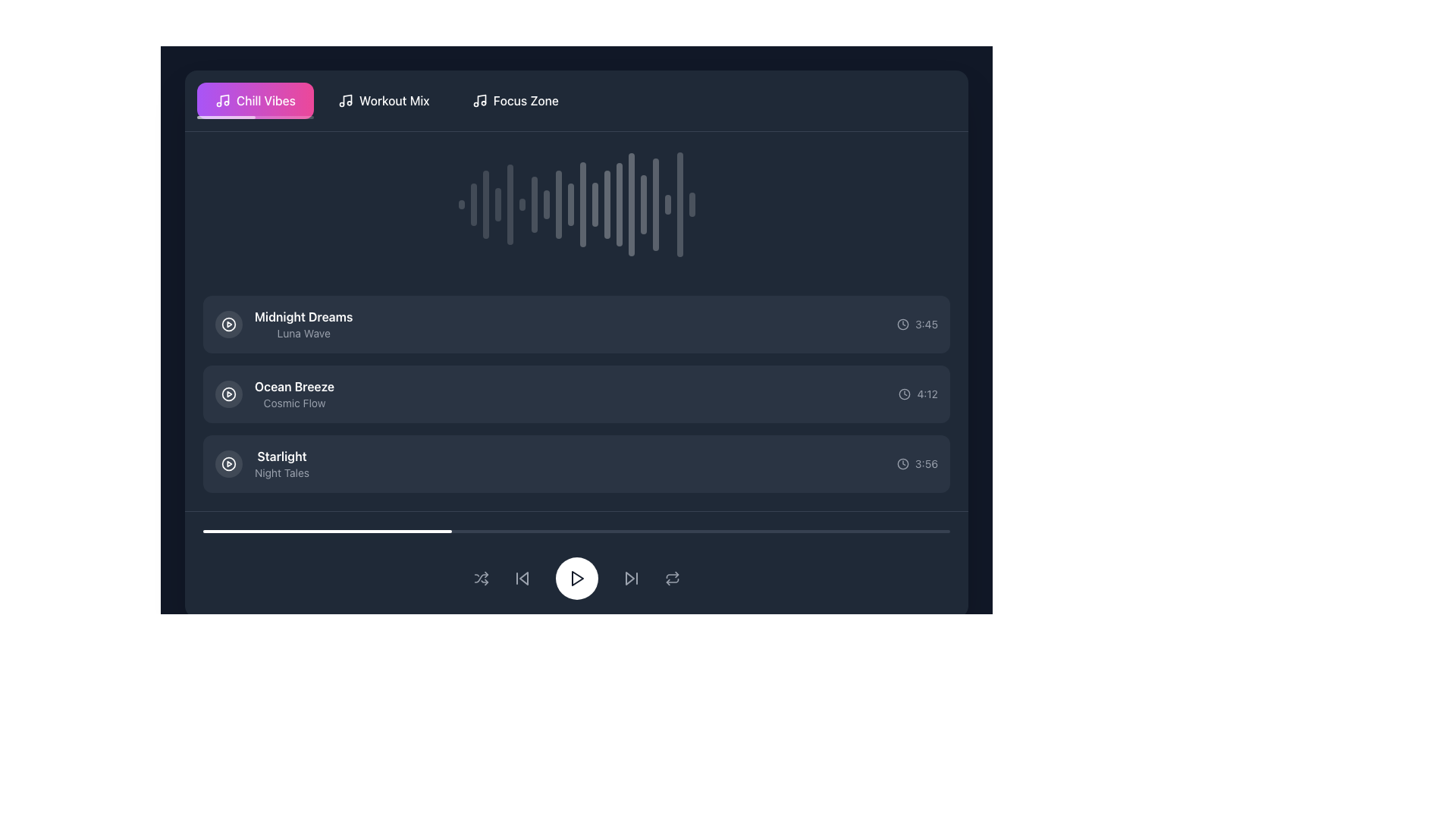  What do you see at coordinates (282, 463) in the screenshot?
I see `the Text Display featuring 'Starlight' in bold and 'Night Tales' in a lighter font, which is the third item in the song titles list, centrally aligned in a dark-themed interface` at bounding box center [282, 463].